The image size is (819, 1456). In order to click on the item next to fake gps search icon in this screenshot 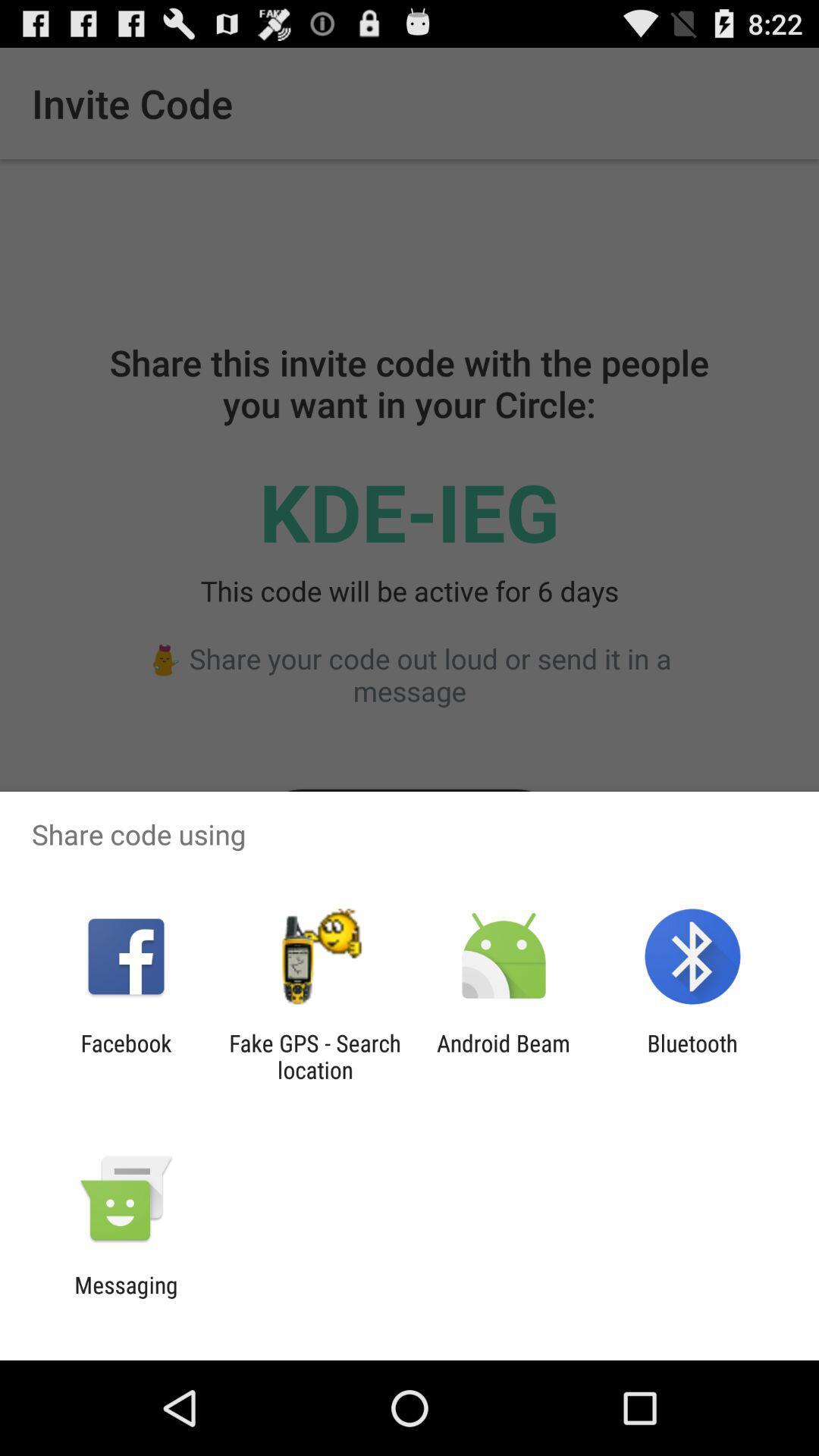, I will do `click(504, 1056)`.